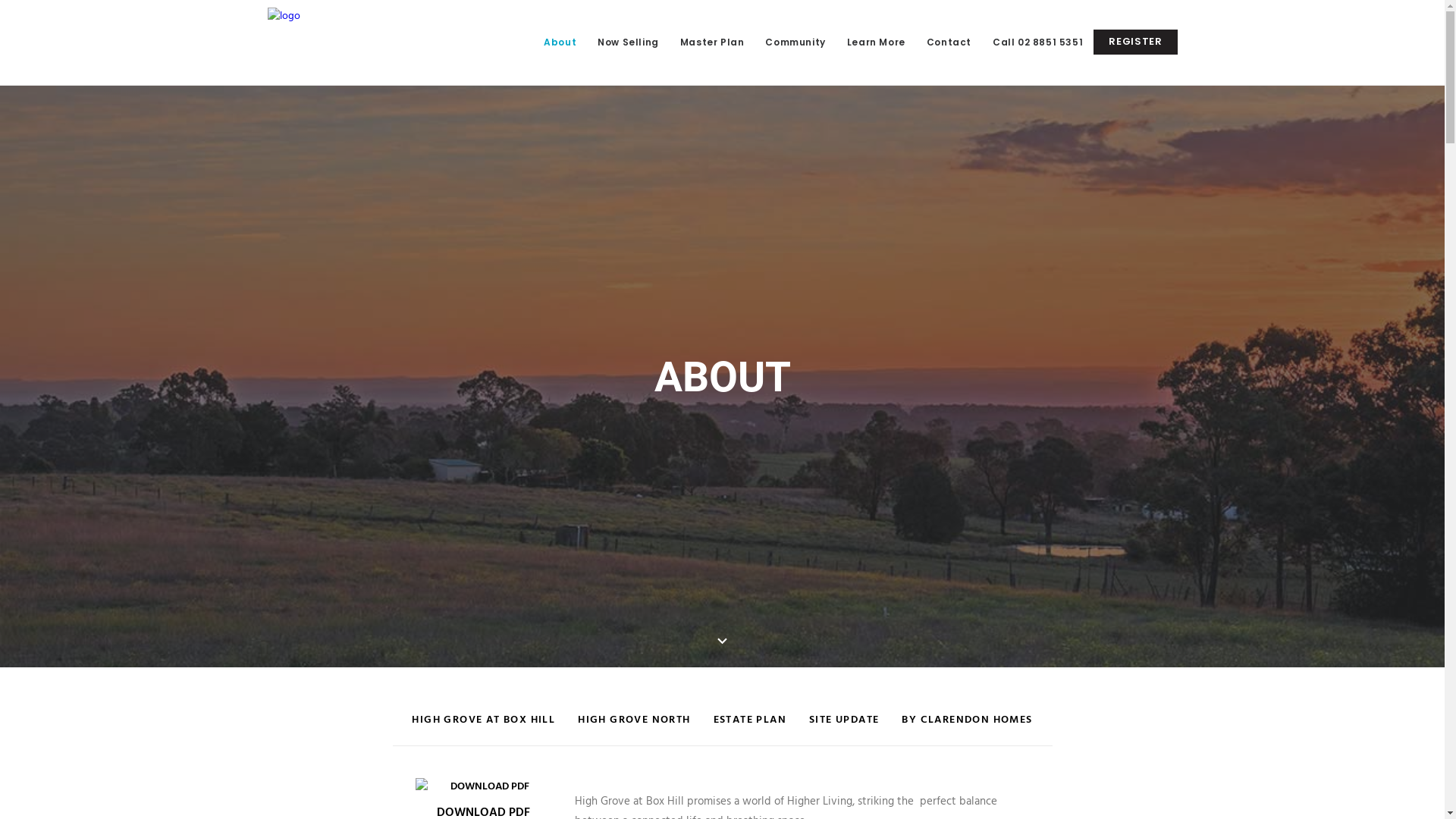  What do you see at coordinates (876, 42) in the screenshot?
I see `'Learn More'` at bounding box center [876, 42].